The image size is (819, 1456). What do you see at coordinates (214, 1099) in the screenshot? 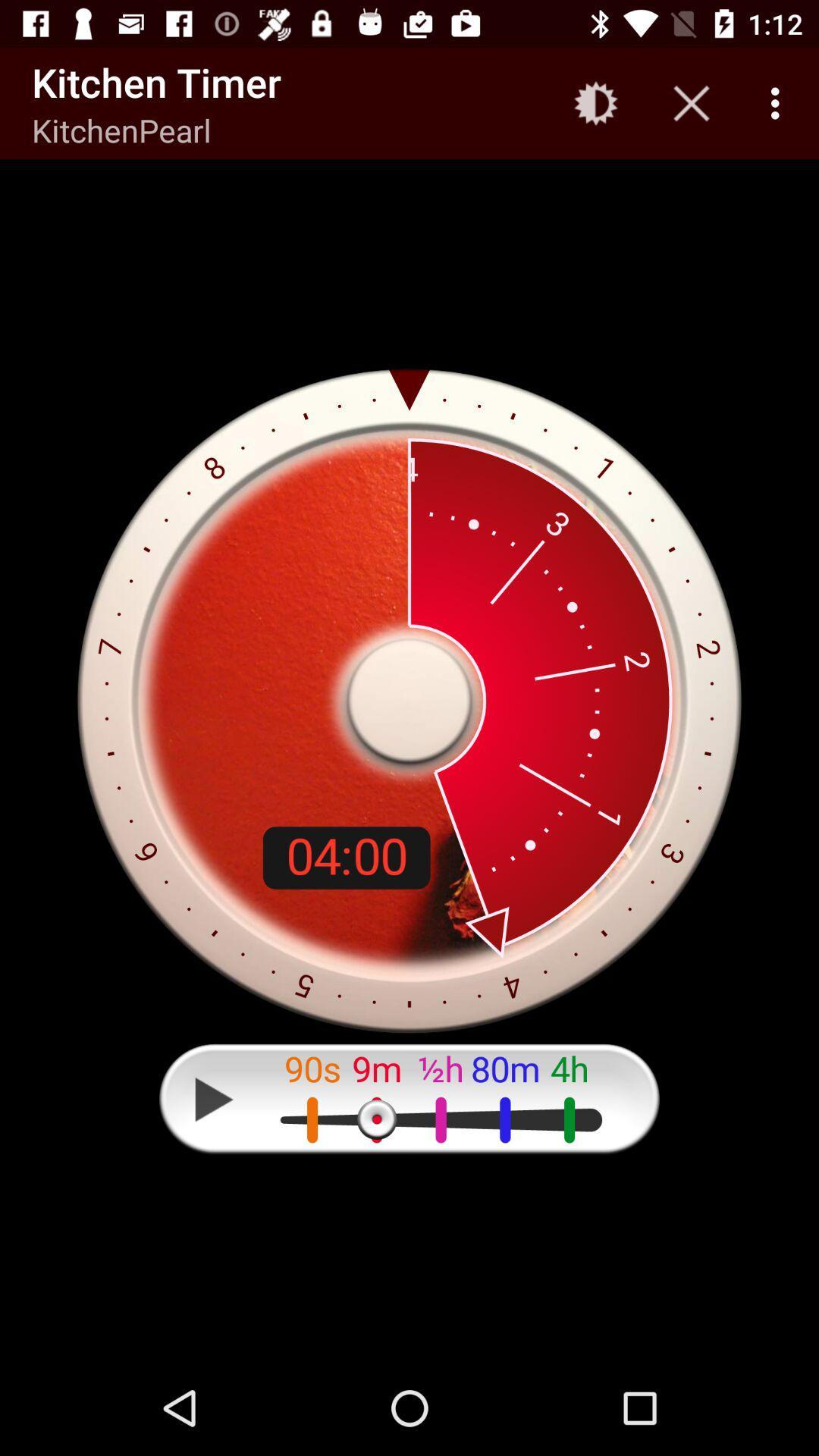
I see `the icon at the bottom left corner` at bounding box center [214, 1099].